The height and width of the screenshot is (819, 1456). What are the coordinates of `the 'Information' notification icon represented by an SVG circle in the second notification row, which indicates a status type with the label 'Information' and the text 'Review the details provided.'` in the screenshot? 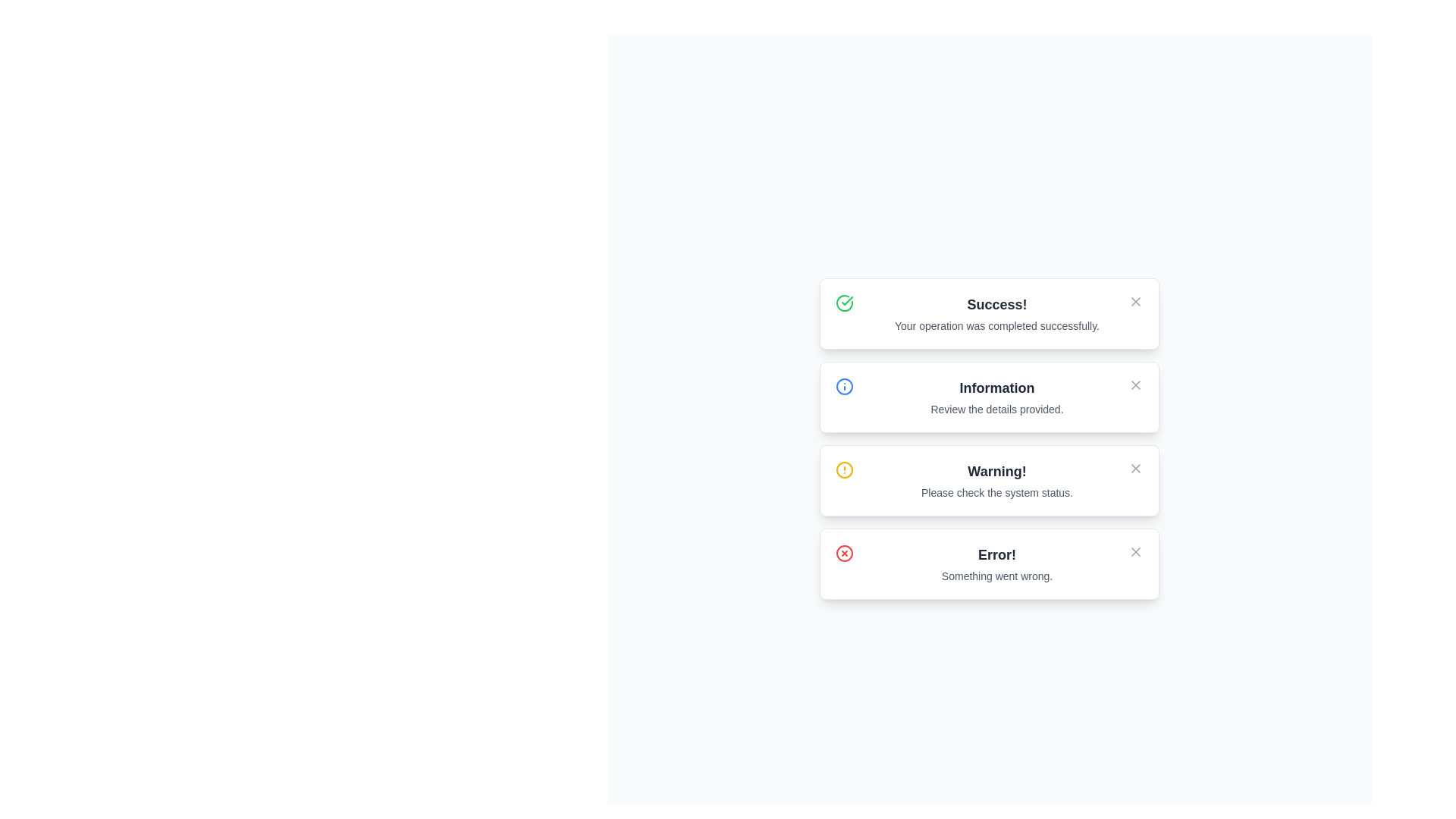 It's located at (843, 385).